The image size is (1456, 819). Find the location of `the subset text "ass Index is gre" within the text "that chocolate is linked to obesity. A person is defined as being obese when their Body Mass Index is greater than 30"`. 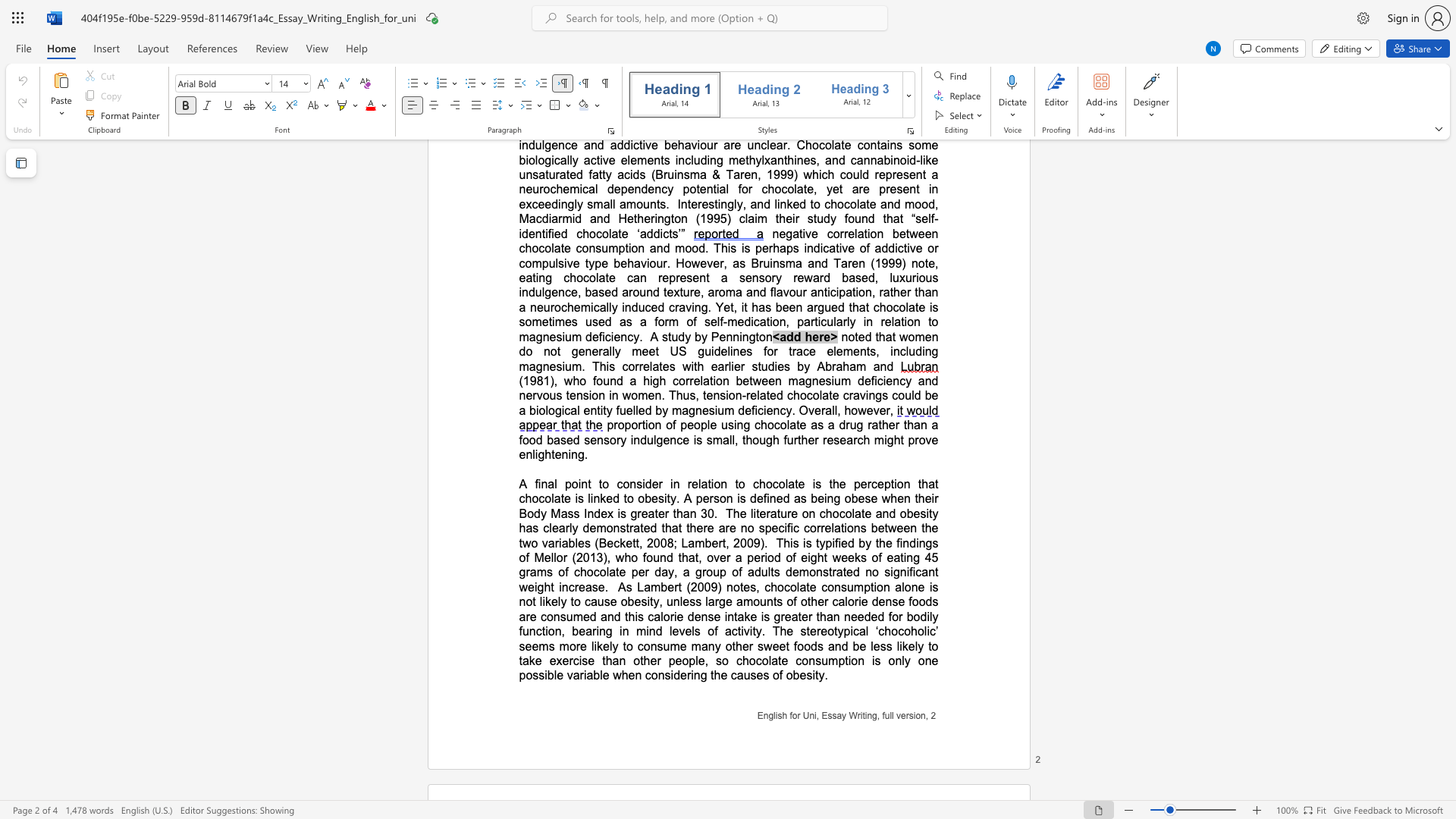

the subset text "ass Index is gre" within the text "that chocolate is linked to obesity. A person is defined as being obese when their Body Mass Index is greater than 30" is located at coordinates (560, 513).